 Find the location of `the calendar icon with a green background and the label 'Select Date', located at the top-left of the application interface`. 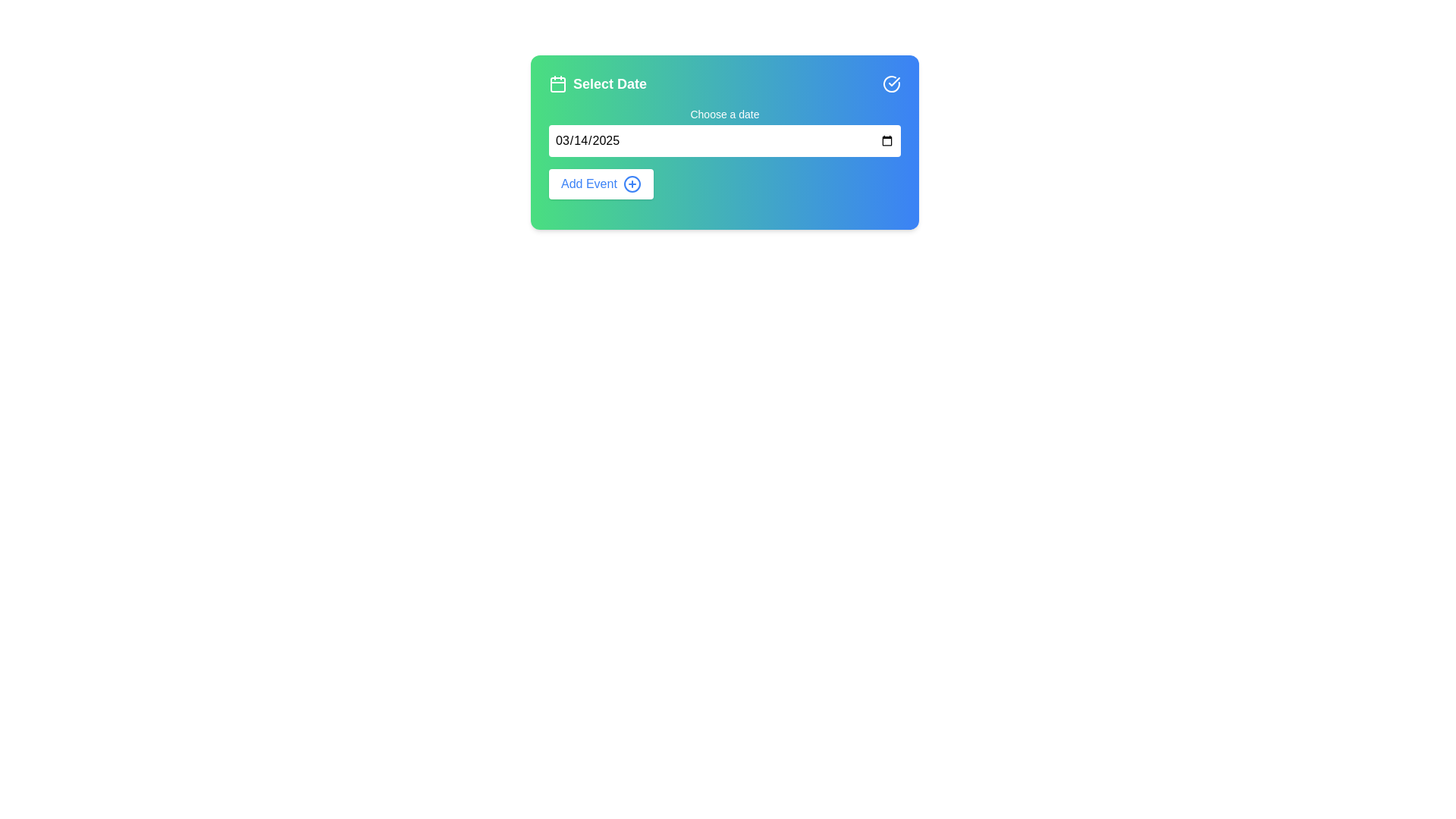

the calendar icon with a green background and the label 'Select Date', located at the top-left of the application interface is located at coordinates (557, 84).